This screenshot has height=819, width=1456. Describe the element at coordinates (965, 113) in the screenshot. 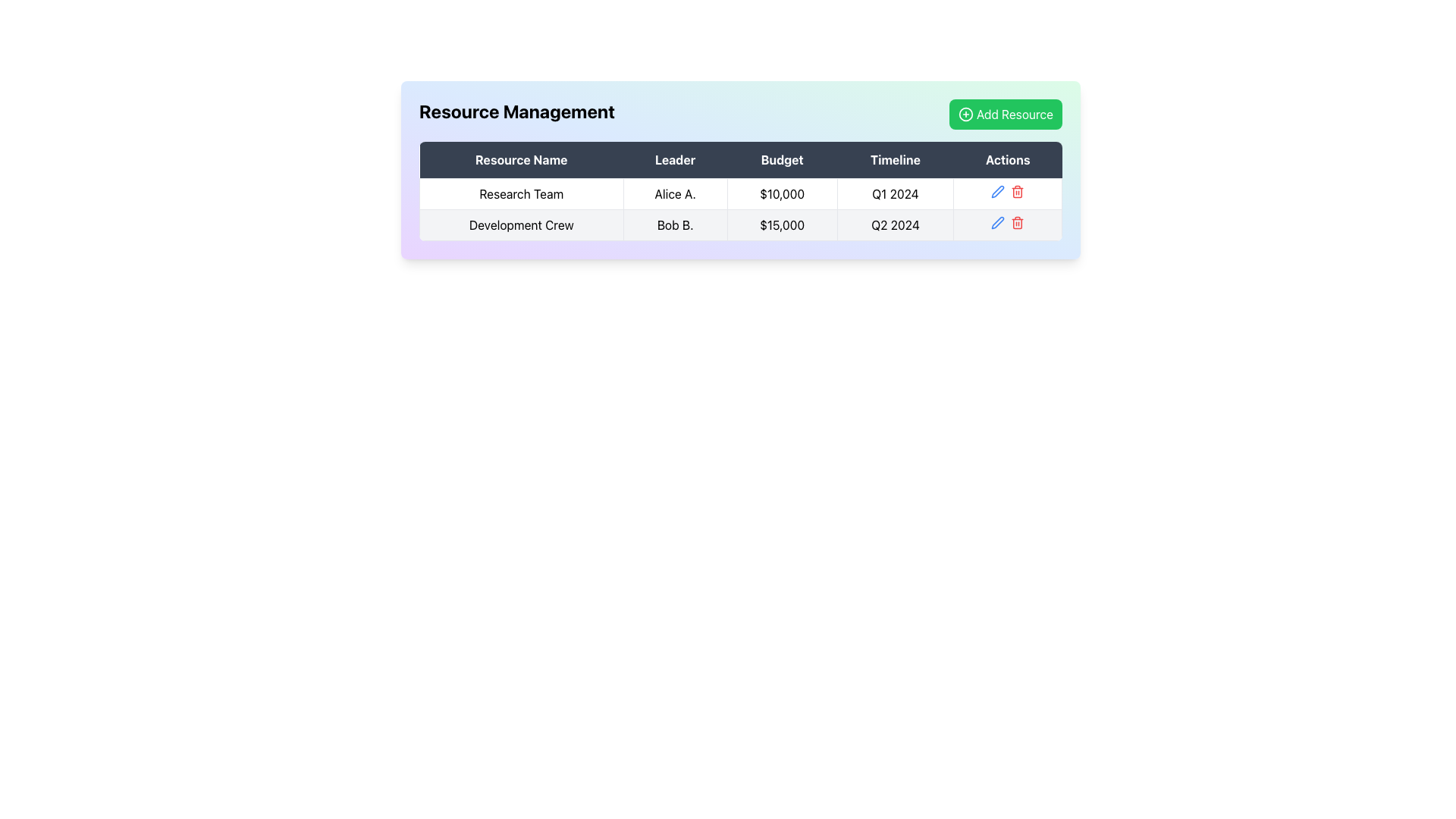

I see `the circular '+' icon with a green background and white border, part of the 'Add Resource' button located in the top-right corner of the table header` at that location.